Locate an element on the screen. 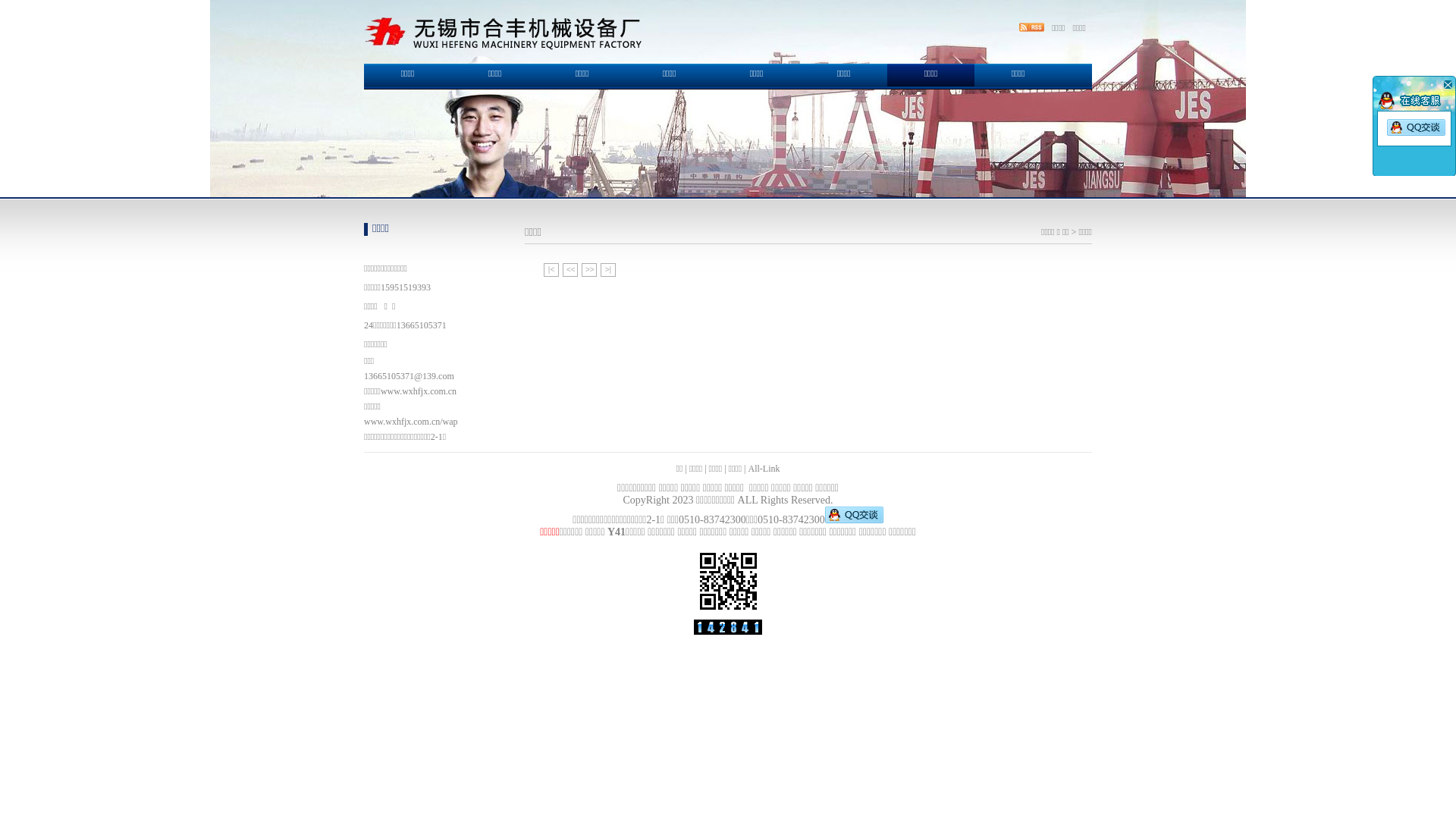 Image resolution: width=1456 pixels, height=819 pixels. '>>' is located at coordinates (588, 268).